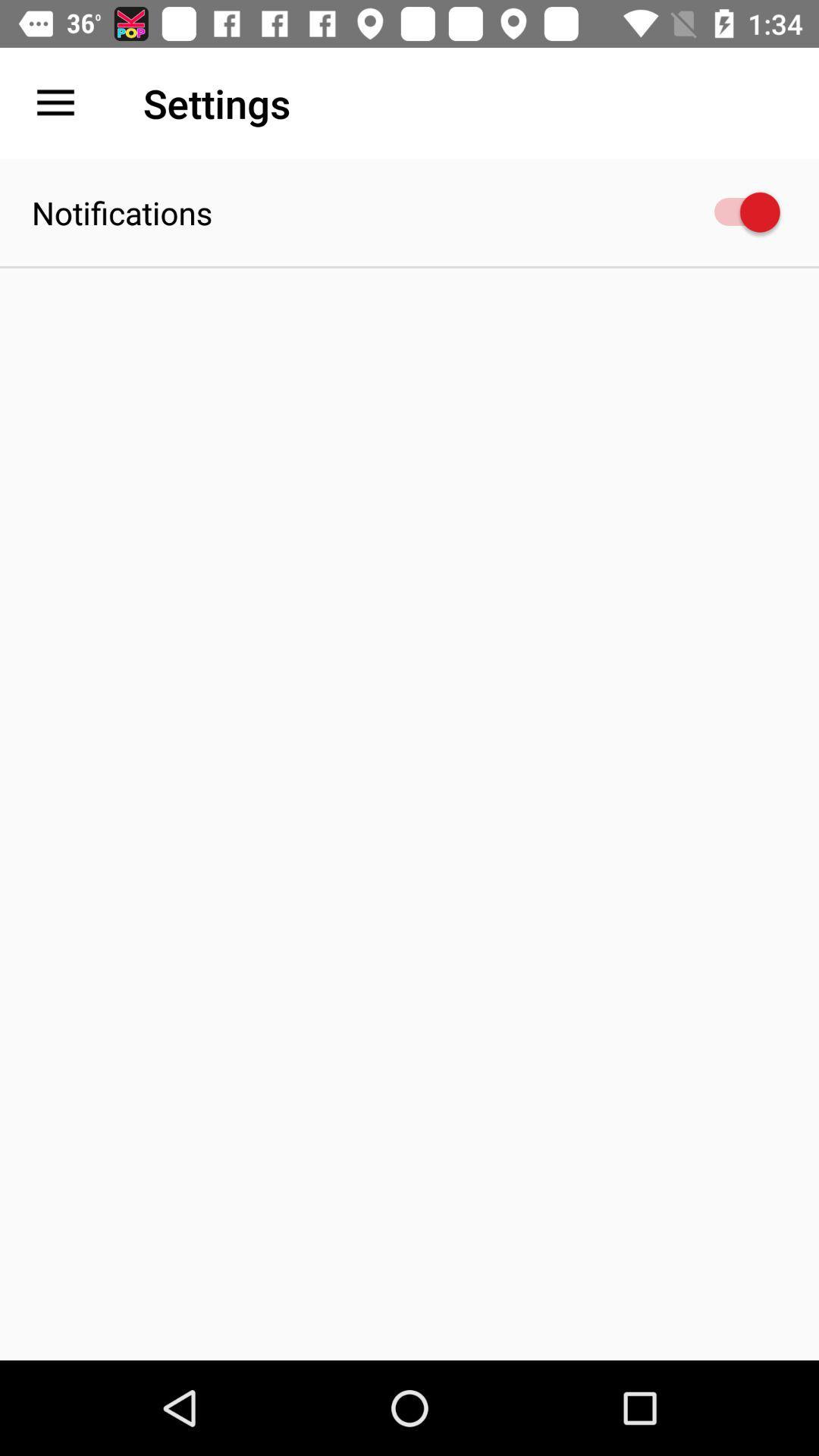 This screenshot has height=1456, width=819. I want to click on the icon to the left of the settings item, so click(55, 102).